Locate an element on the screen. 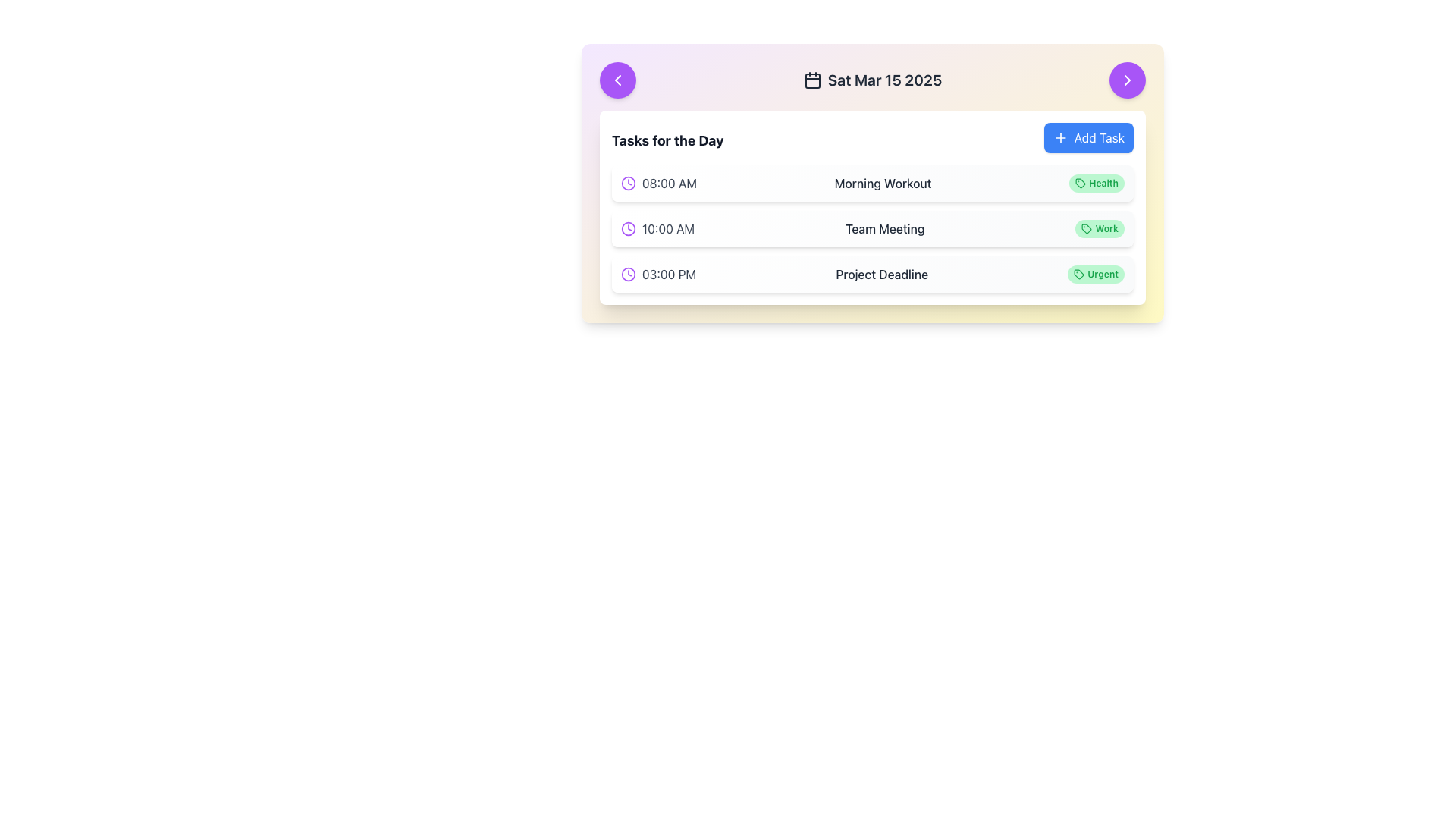 This screenshot has height=819, width=1456. the second list item, which displays 'Team Meeting' in bold and is tagged as 'Work' is located at coordinates (873, 228).